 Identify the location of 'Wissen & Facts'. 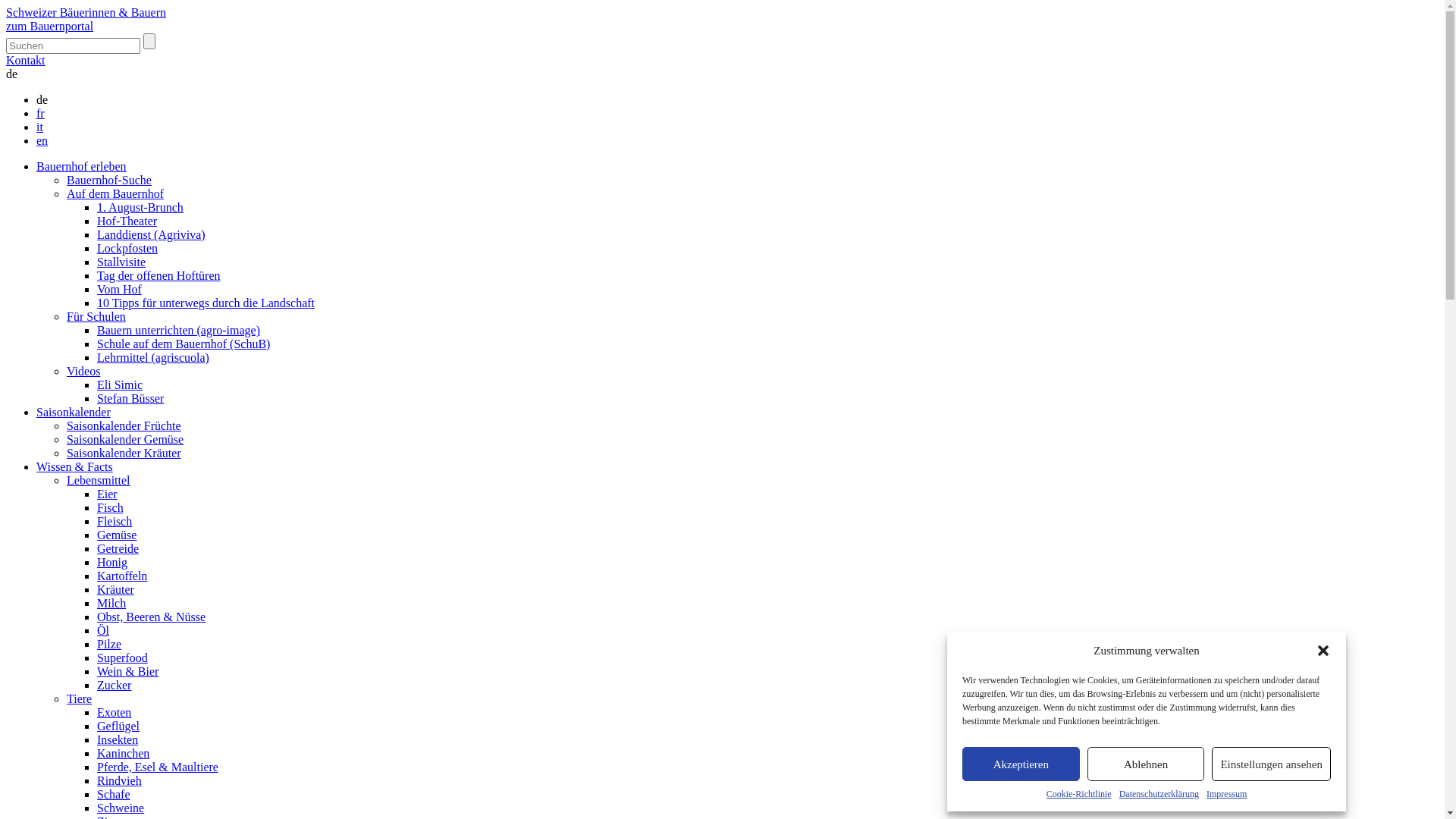
(74, 466).